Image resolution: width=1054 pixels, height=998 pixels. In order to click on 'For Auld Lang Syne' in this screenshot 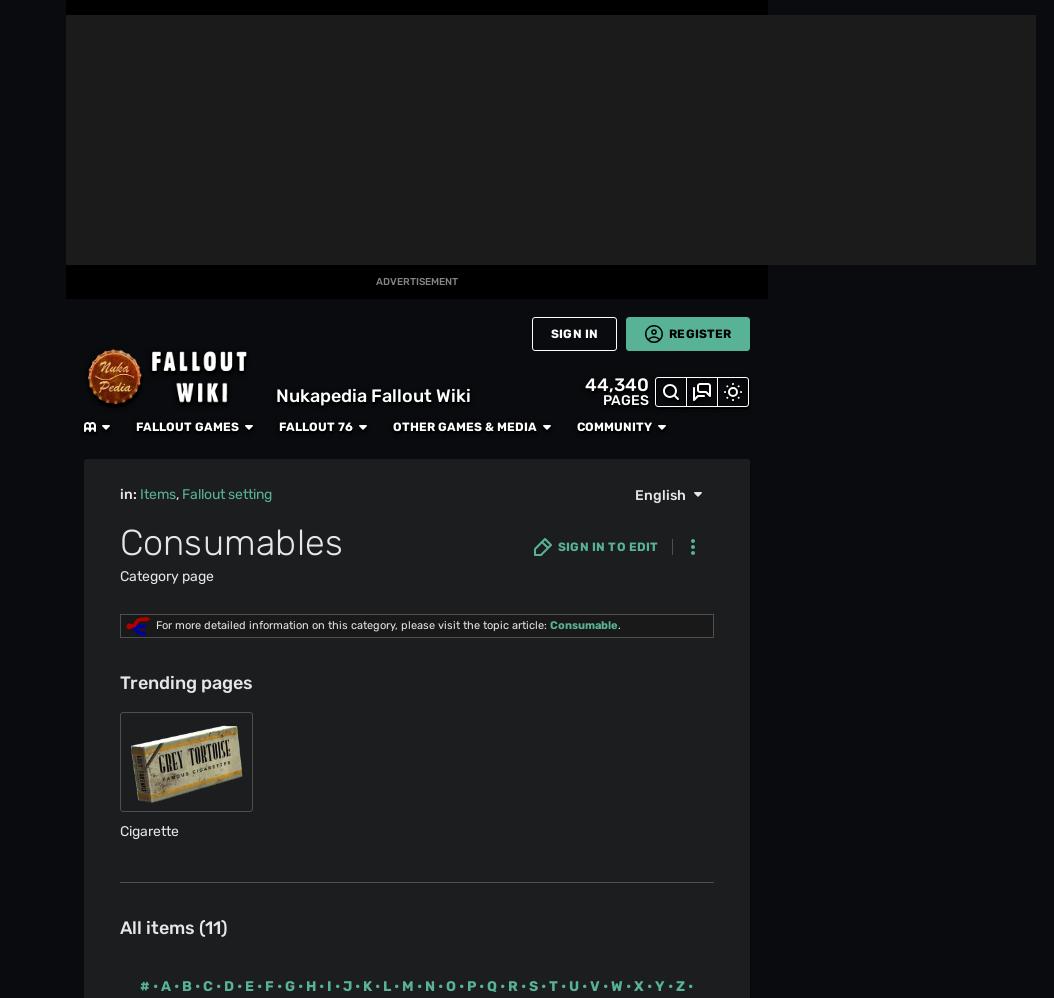, I will do `click(556, 180)`.